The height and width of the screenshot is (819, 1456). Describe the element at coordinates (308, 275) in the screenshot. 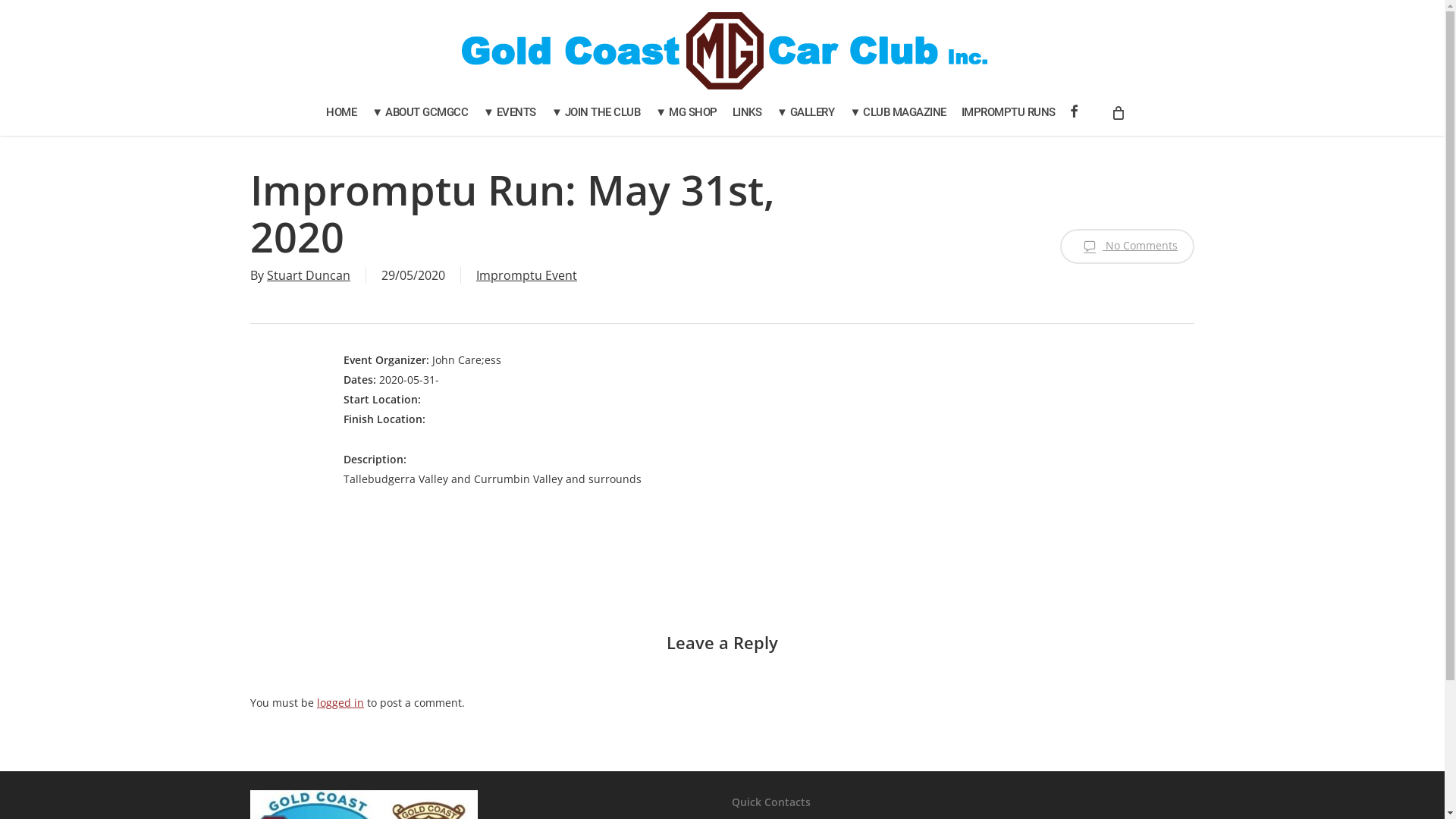

I see `'Stuart Duncan'` at that location.